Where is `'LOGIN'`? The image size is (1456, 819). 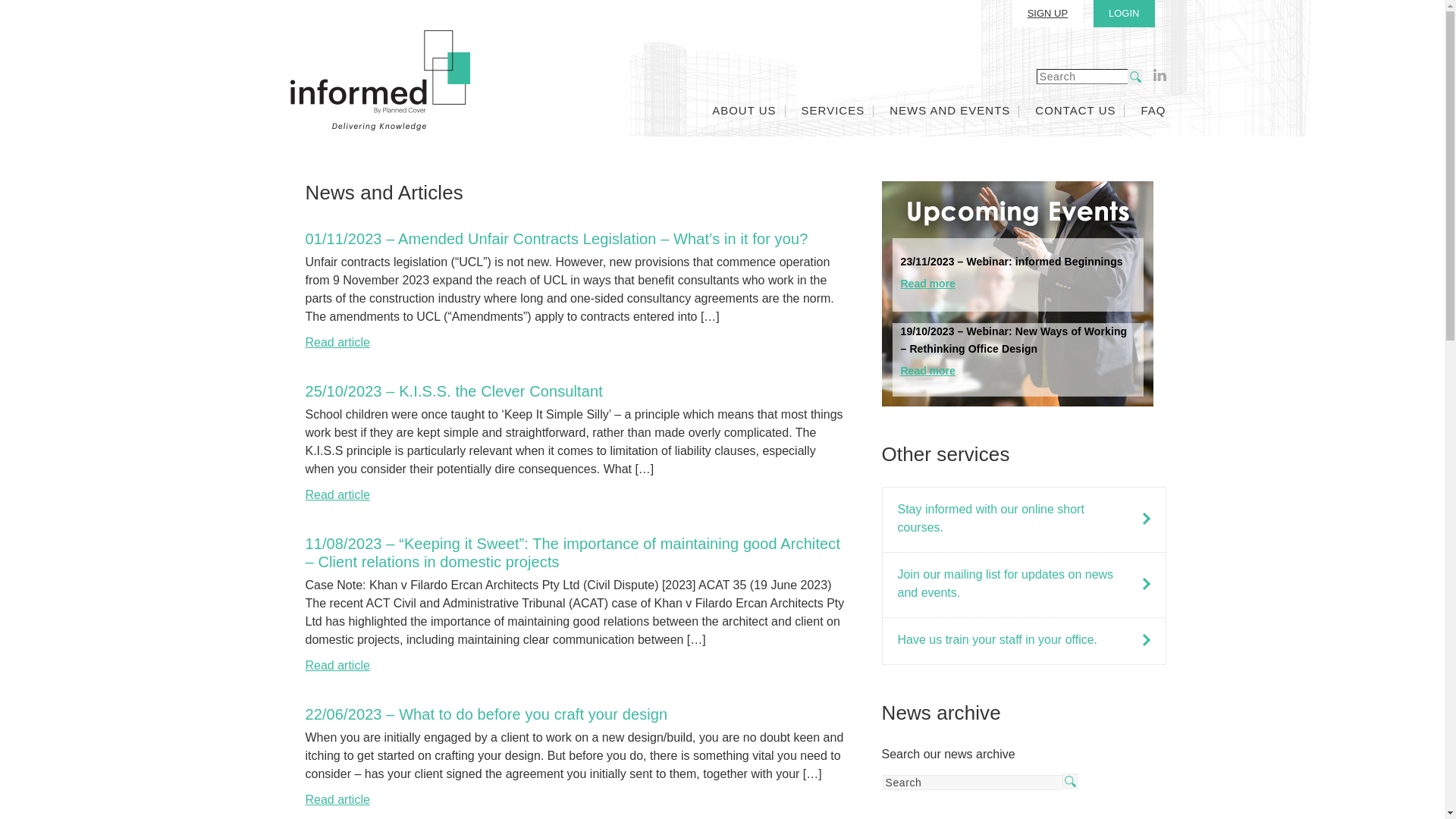 'LOGIN' is located at coordinates (1124, 14).